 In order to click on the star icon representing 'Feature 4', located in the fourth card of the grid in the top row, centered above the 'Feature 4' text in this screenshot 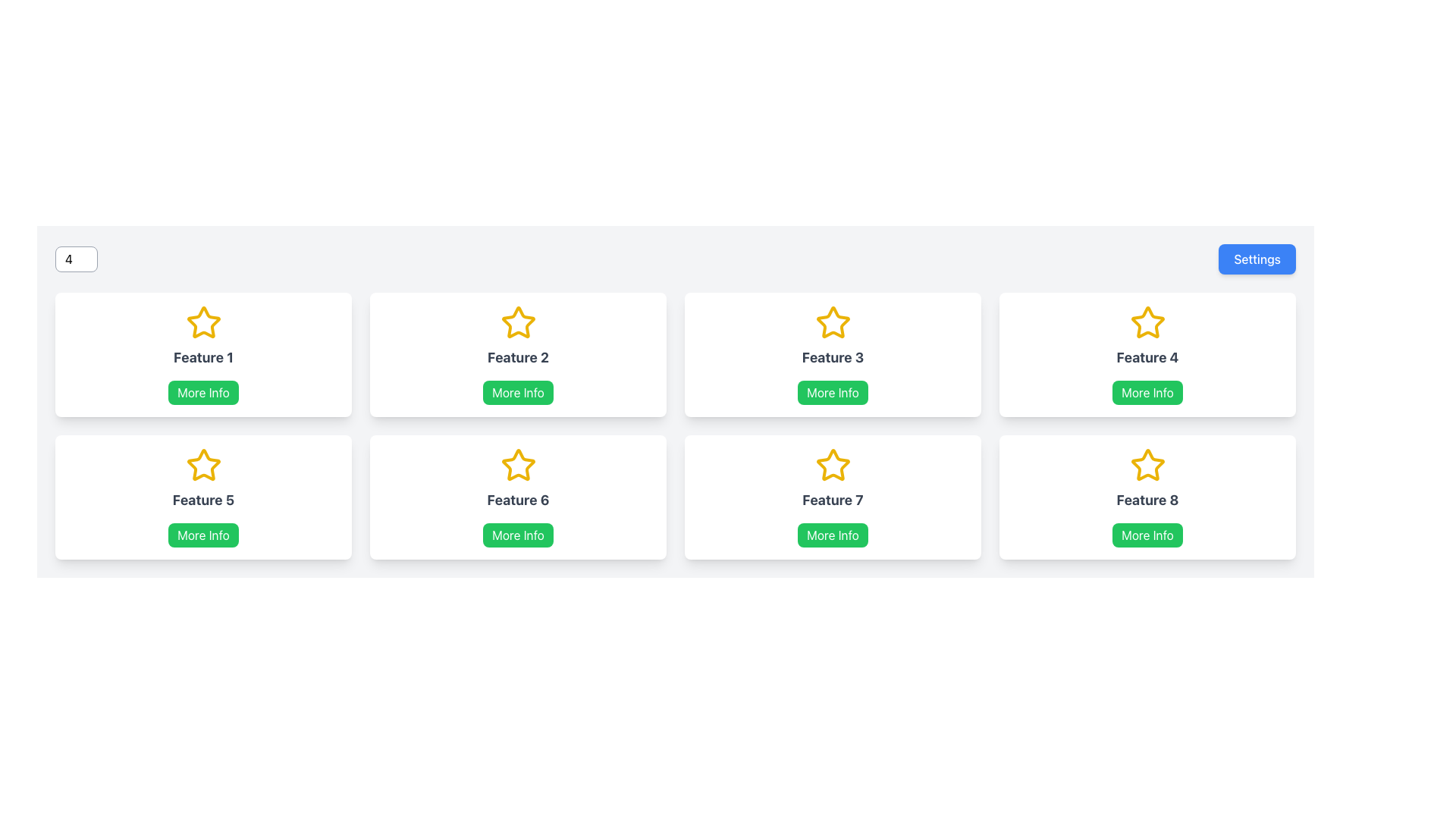, I will do `click(1147, 322)`.